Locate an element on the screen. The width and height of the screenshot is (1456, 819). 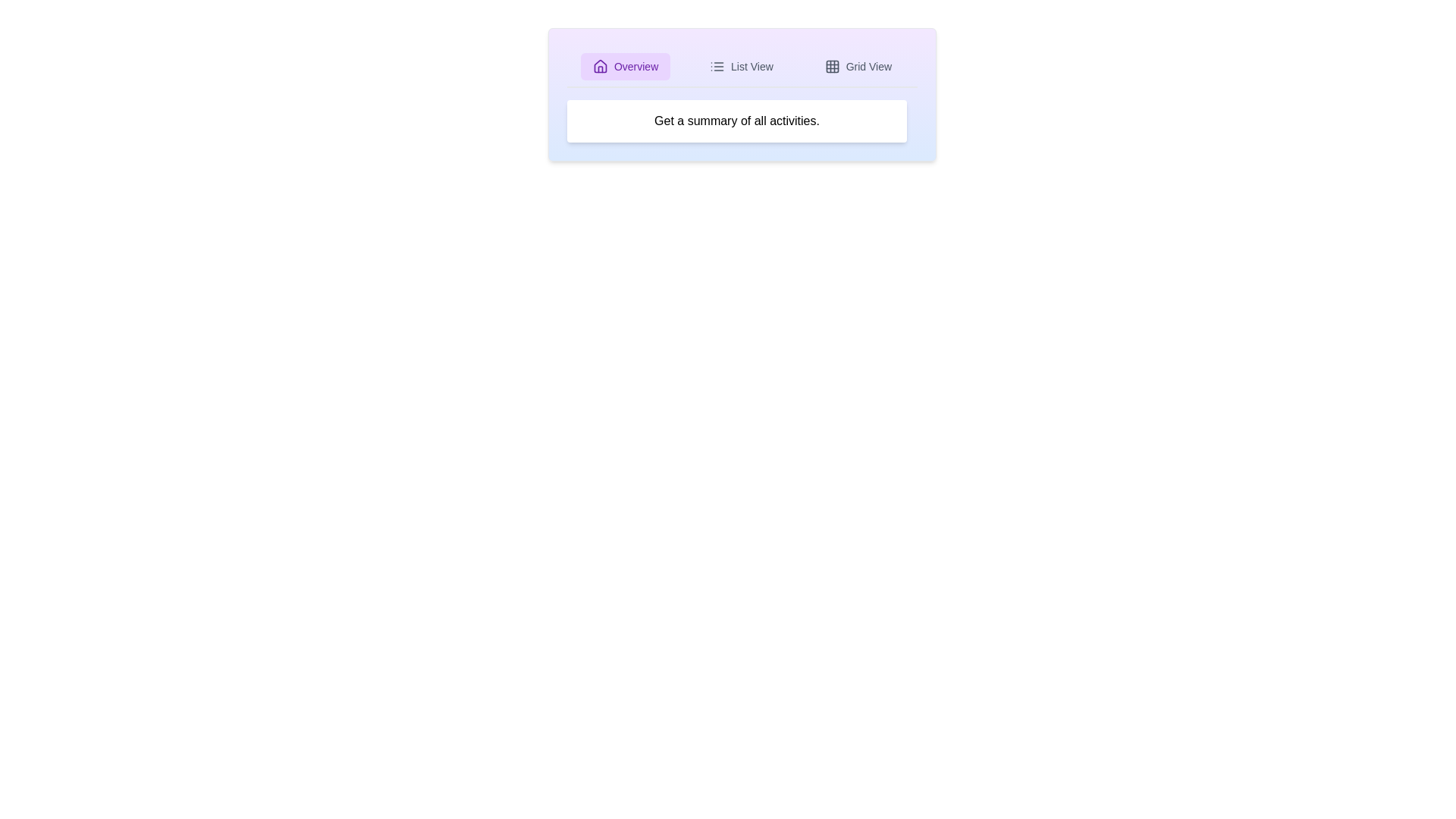
the Grid View tab by clicking on the respective tab button is located at coordinates (858, 66).